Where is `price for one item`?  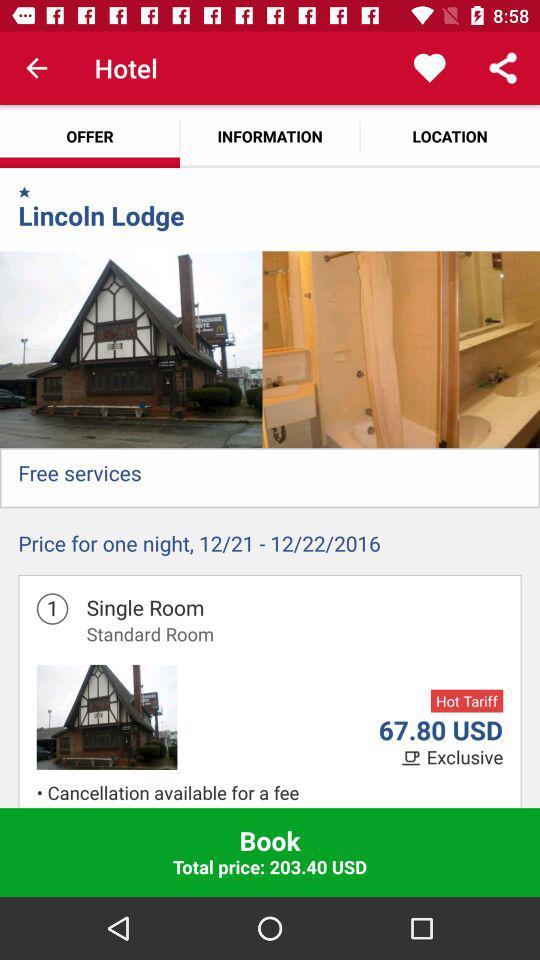 price for one item is located at coordinates (270, 548).